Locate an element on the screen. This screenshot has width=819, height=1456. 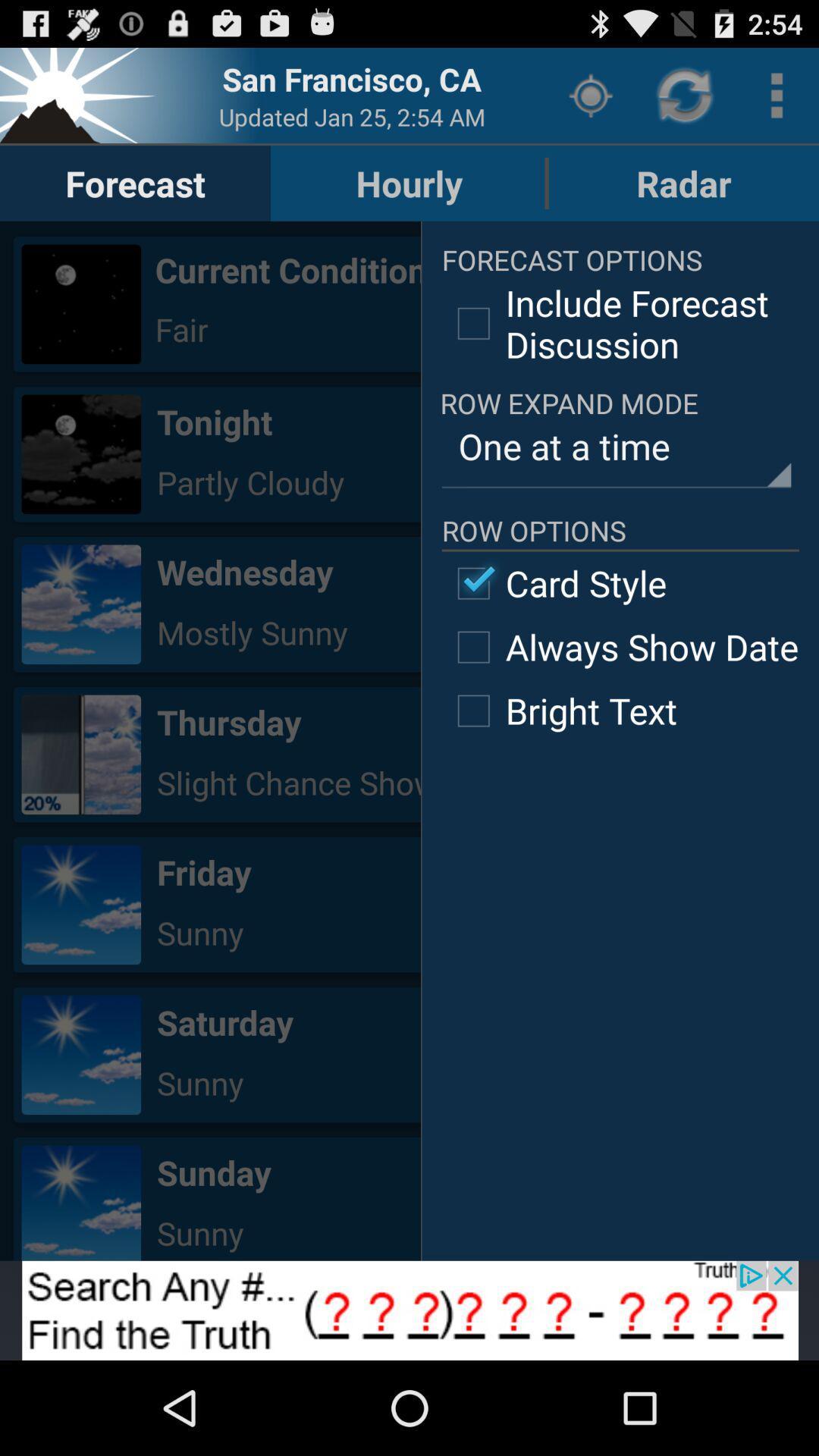
the more icon is located at coordinates (777, 101).